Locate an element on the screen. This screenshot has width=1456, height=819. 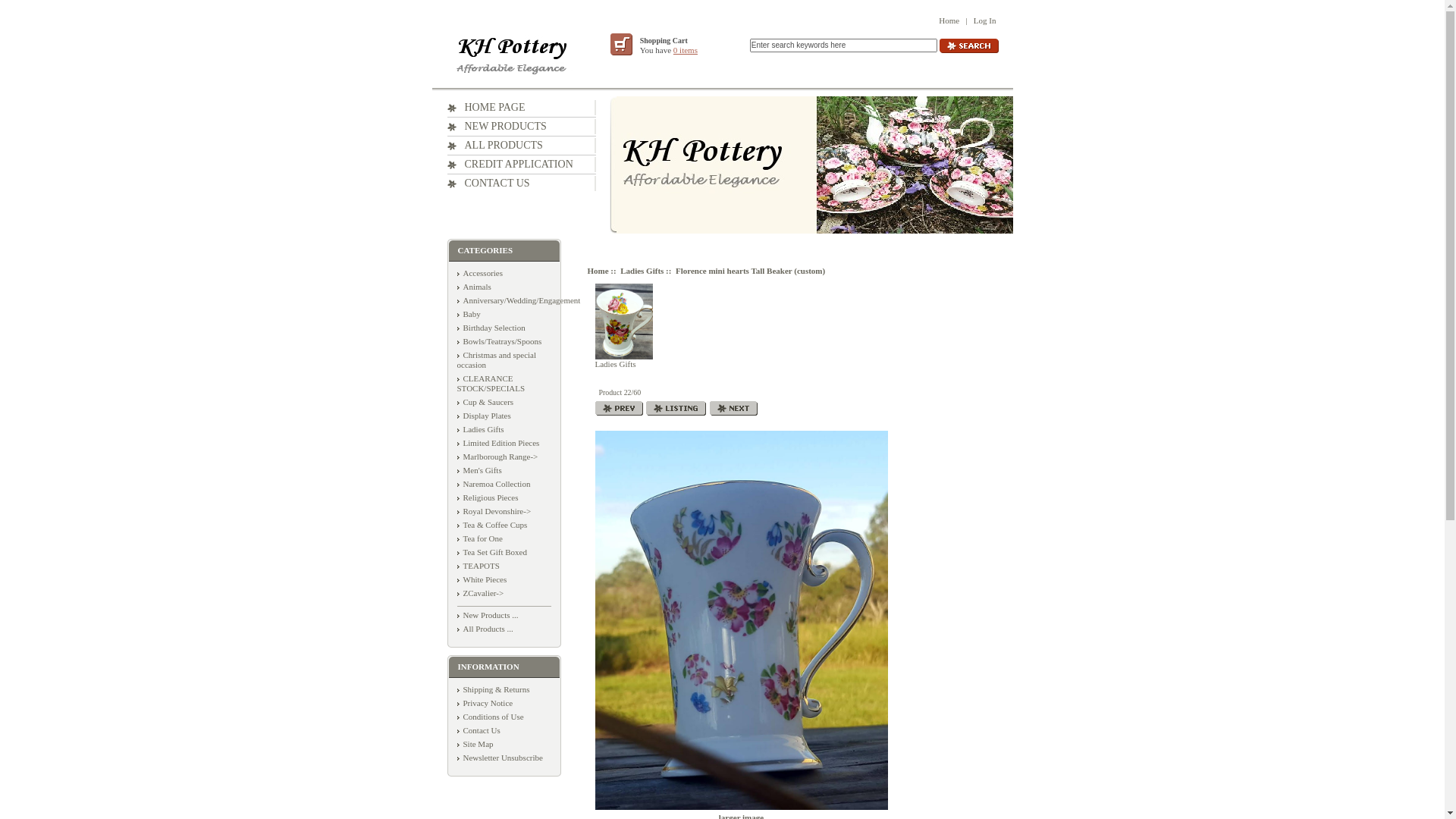
'ALL PRODUCTS' is located at coordinates (494, 145).